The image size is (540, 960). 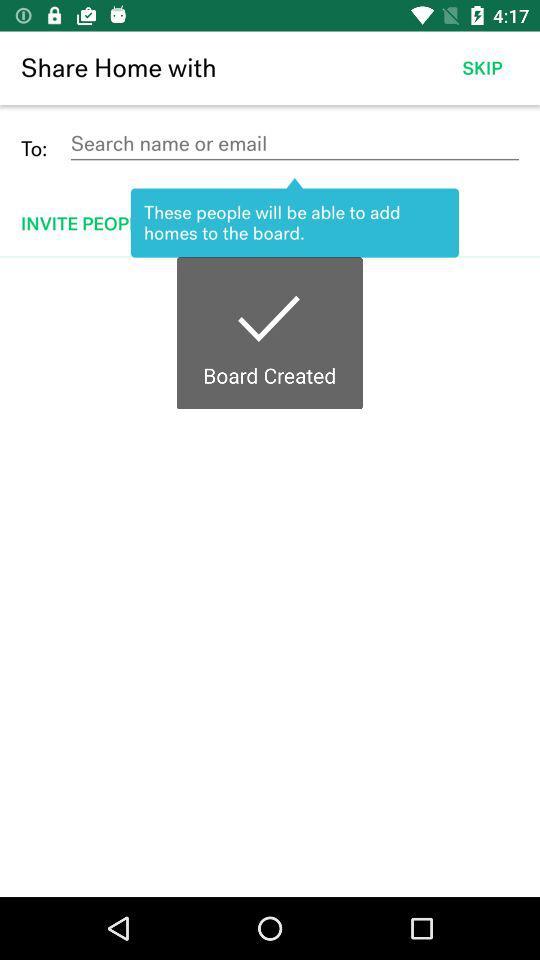 I want to click on name/email detail to share home, so click(x=293, y=143).